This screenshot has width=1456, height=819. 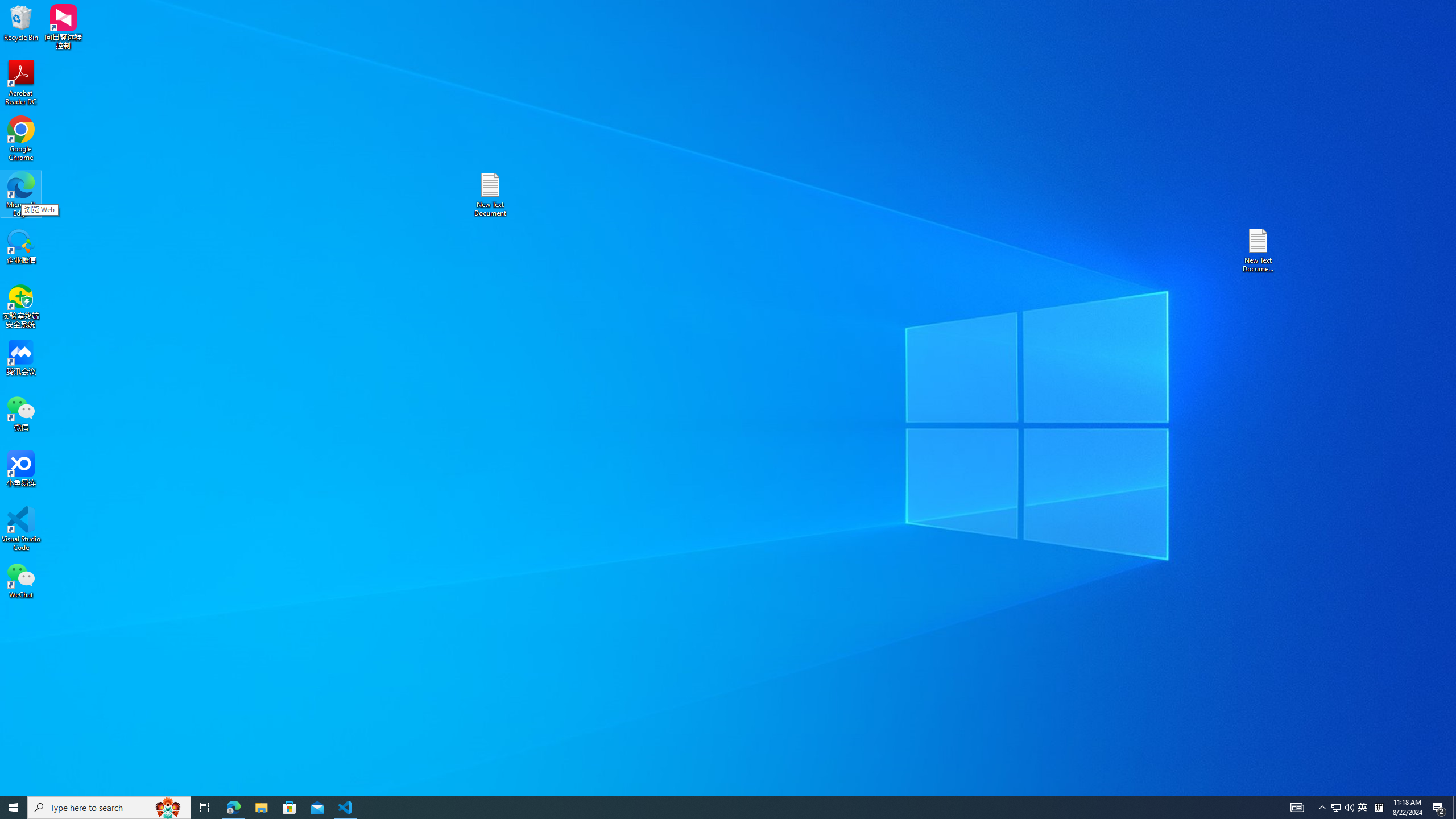 What do you see at coordinates (1342, 806) in the screenshot?
I see `'User Promoted Notification Area'` at bounding box center [1342, 806].